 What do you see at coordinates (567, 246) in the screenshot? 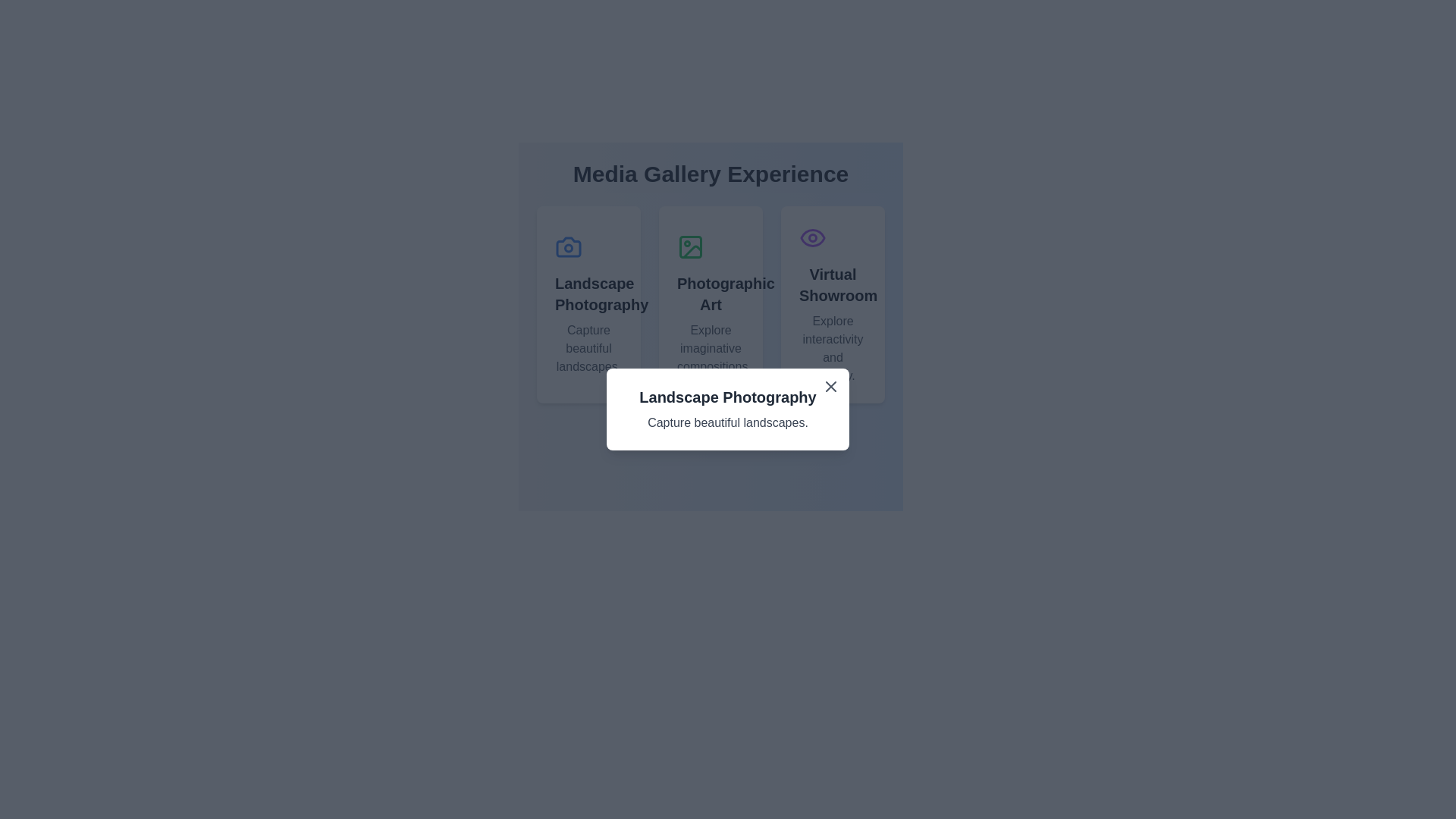
I see `the photography icon located in the top-left corner of the leftmost card under the title 'Media Gallery Experience'` at bounding box center [567, 246].